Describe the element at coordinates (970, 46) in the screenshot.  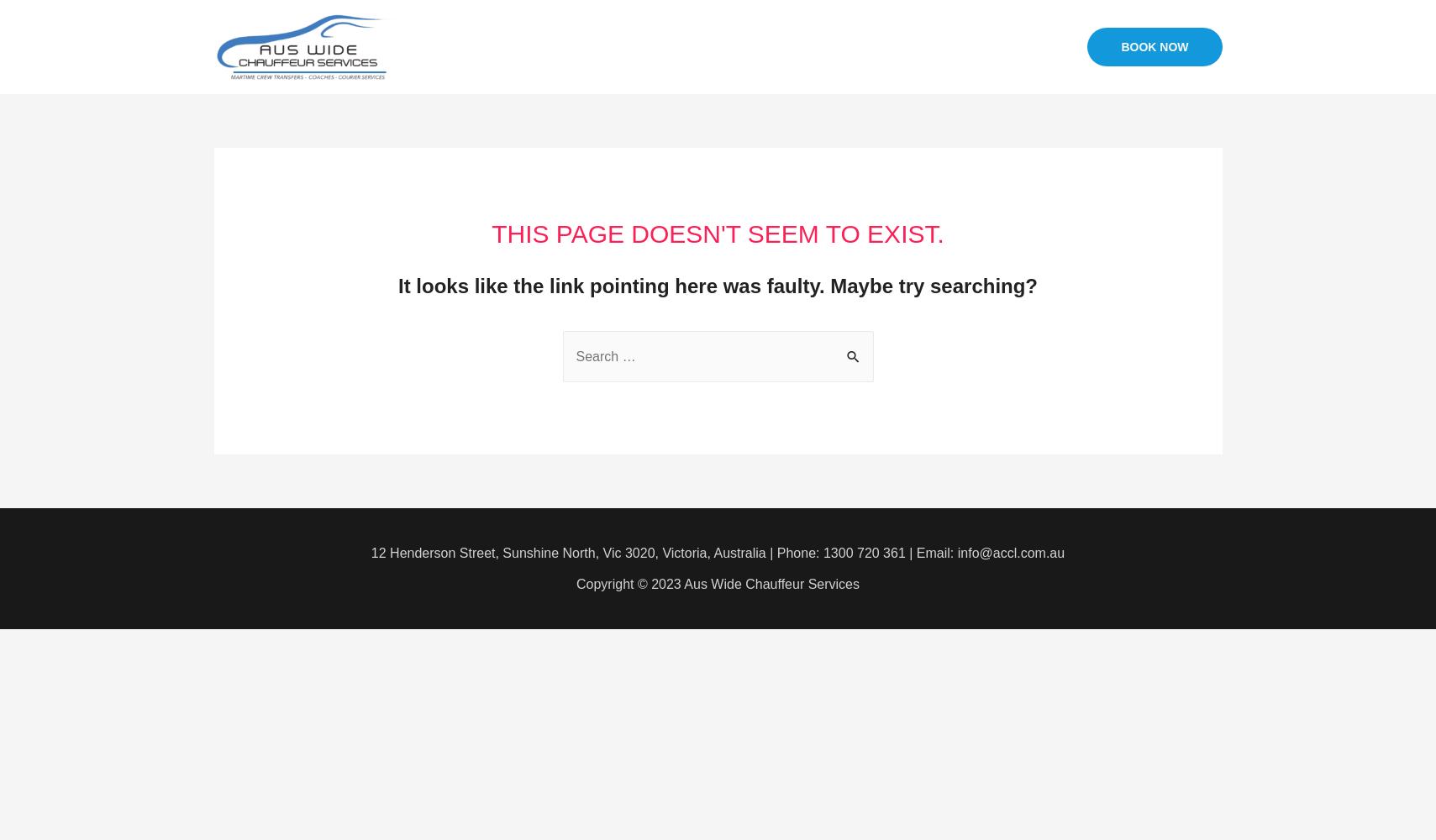
I see `'CONTACT US'` at that location.